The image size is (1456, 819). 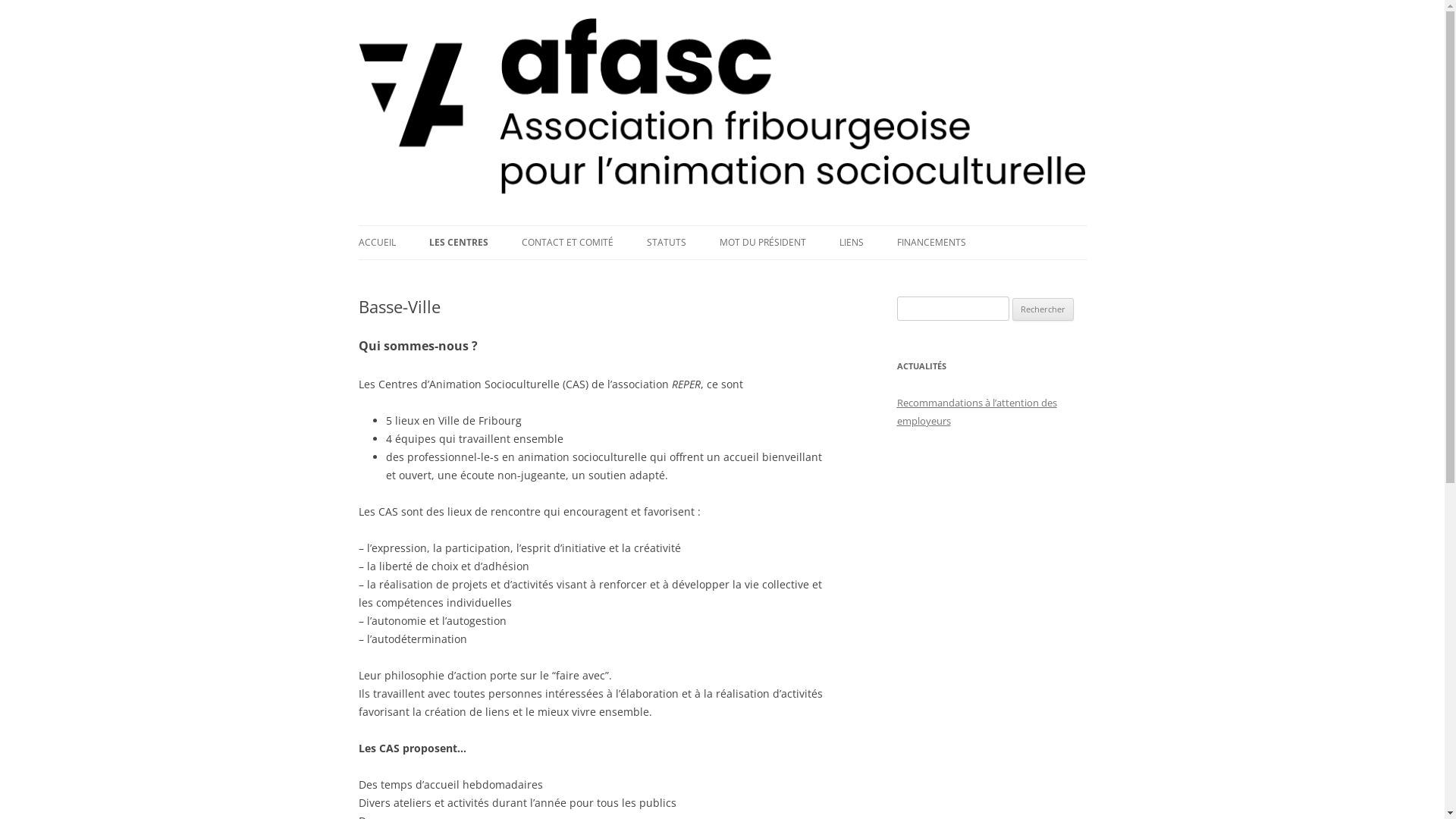 What do you see at coordinates (505, 275) in the screenshot?
I see `'BASSE-VILLE'` at bounding box center [505, 275].